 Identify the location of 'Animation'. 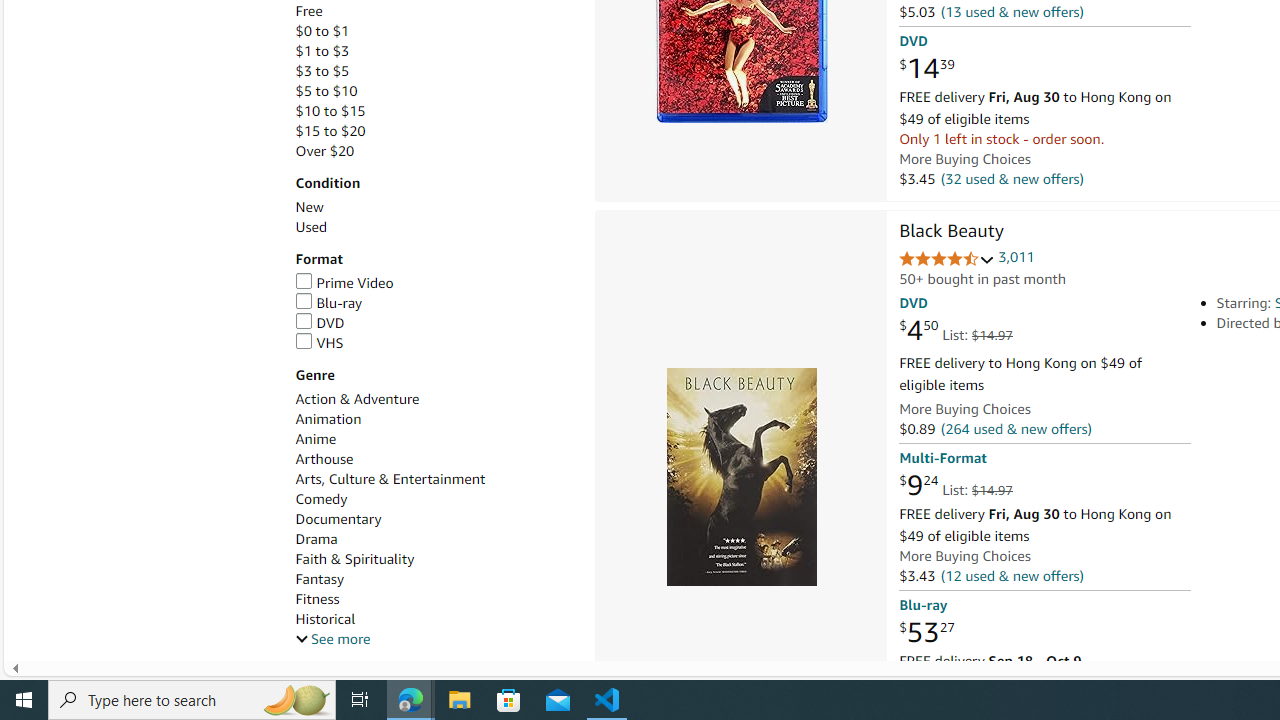
(433, 418).